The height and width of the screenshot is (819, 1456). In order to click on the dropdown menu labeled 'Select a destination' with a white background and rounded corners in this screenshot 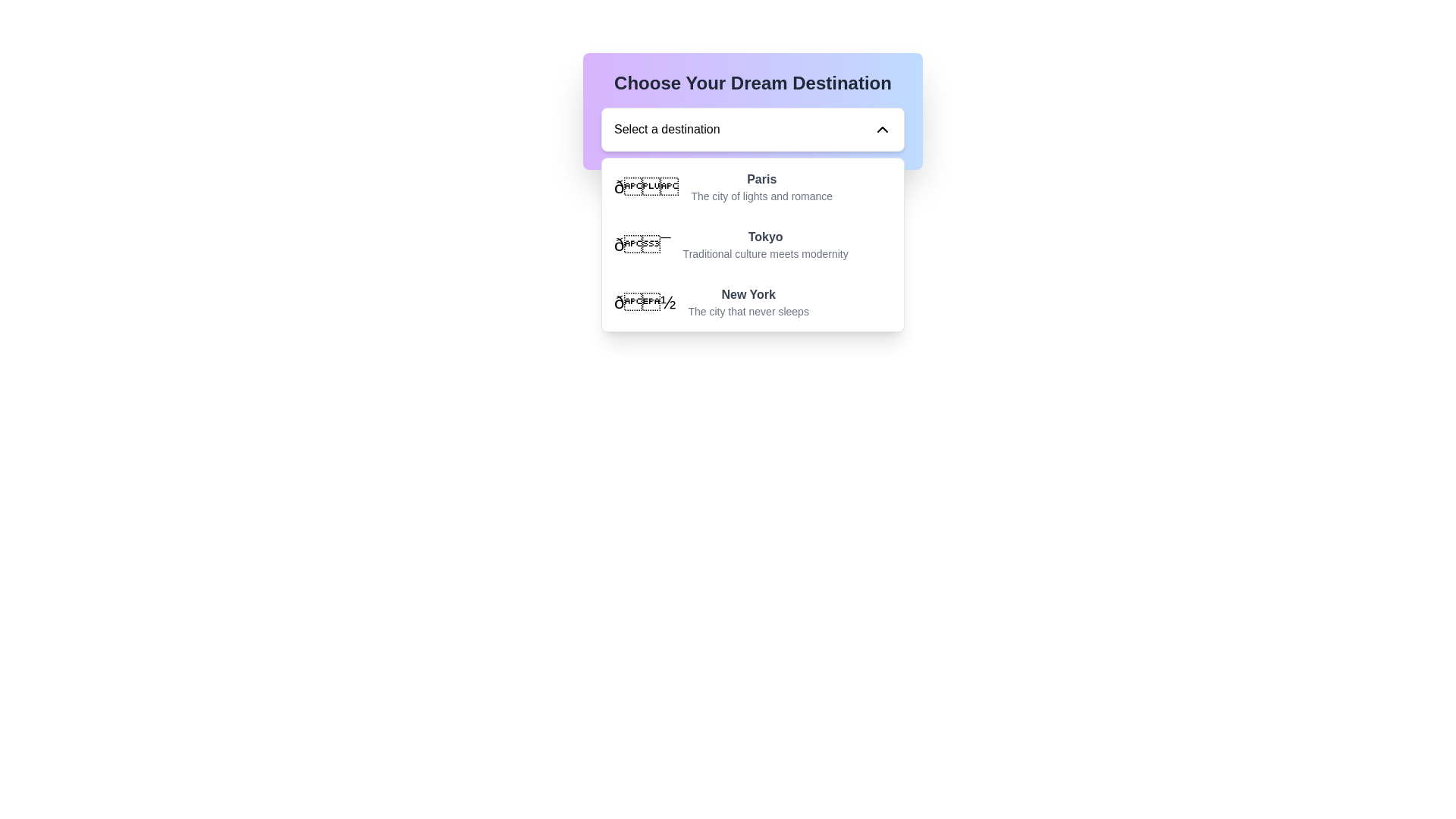, I will do `click(753, 128)`.